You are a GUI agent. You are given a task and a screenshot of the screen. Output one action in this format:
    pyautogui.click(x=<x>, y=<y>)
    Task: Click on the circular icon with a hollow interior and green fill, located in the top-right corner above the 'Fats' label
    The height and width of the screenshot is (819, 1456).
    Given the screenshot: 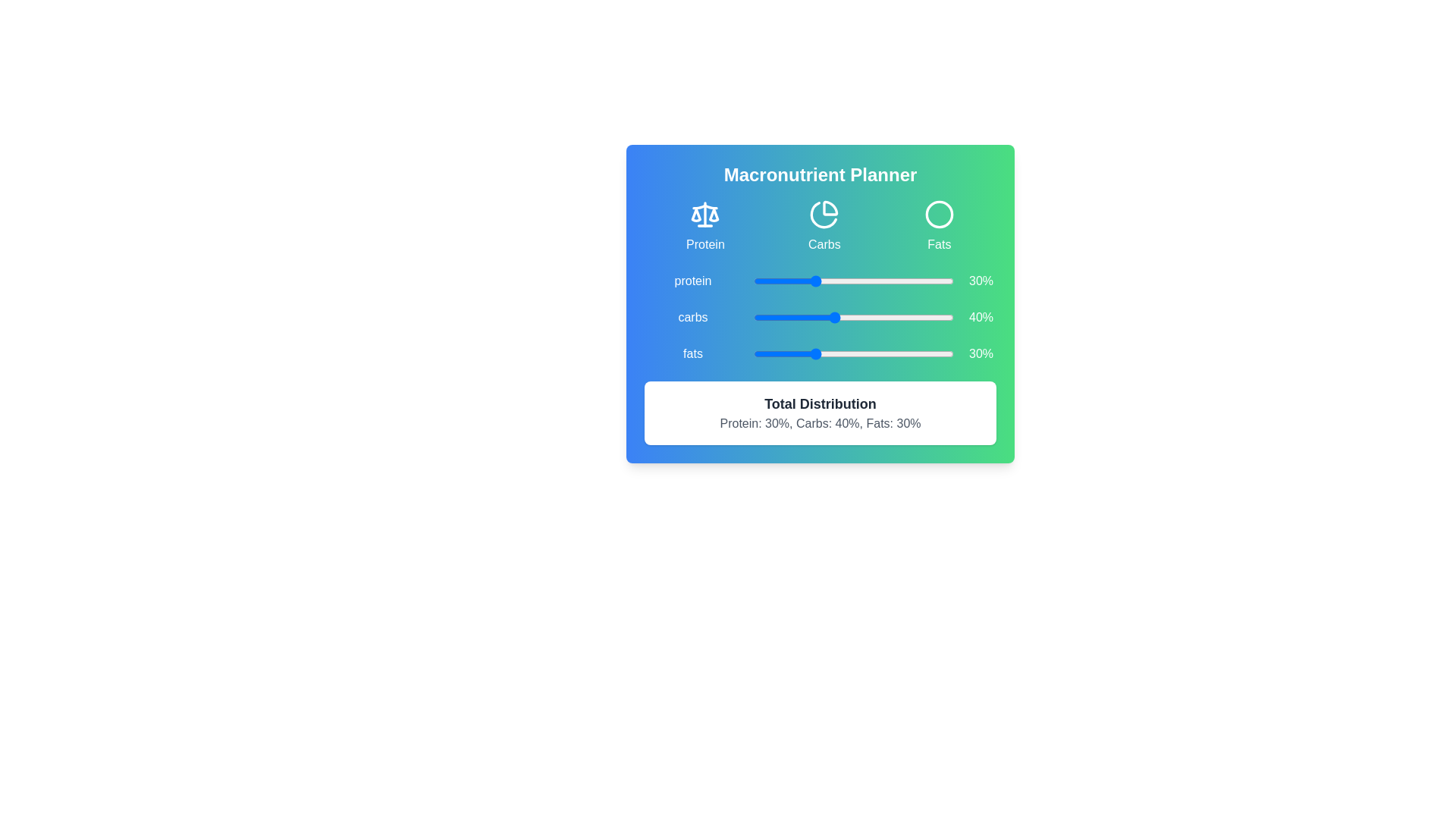 What is the action you would take?
    pyautogui.click(x=938, y=214)
    